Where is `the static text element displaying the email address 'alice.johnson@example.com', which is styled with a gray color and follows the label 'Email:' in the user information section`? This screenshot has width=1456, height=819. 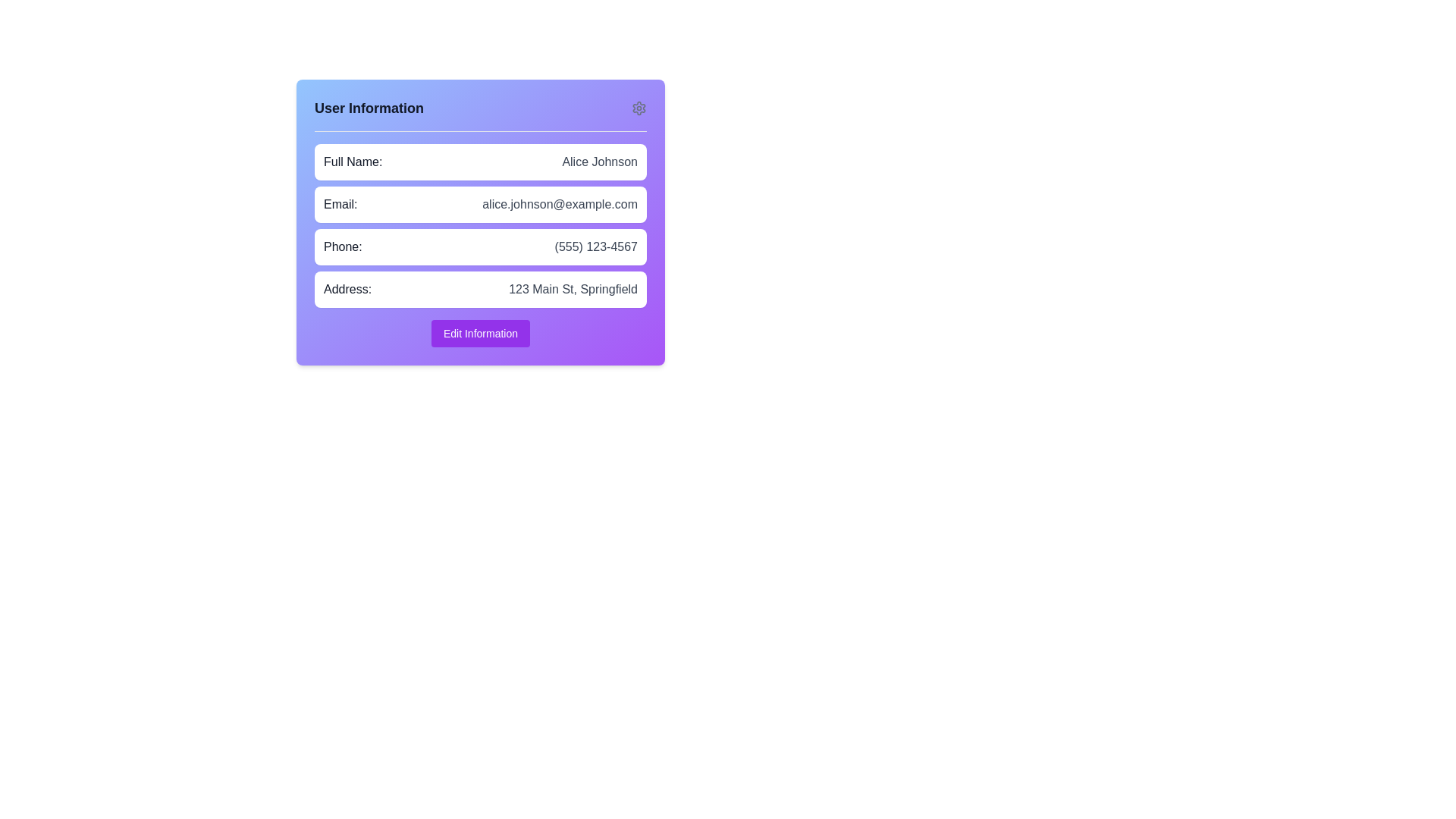 the static text element displaying the email address 'alice.johnson@example.com', which is styled with a gray color and follows the label 'Email:' in the user information section is located at coordinates (559, 205).